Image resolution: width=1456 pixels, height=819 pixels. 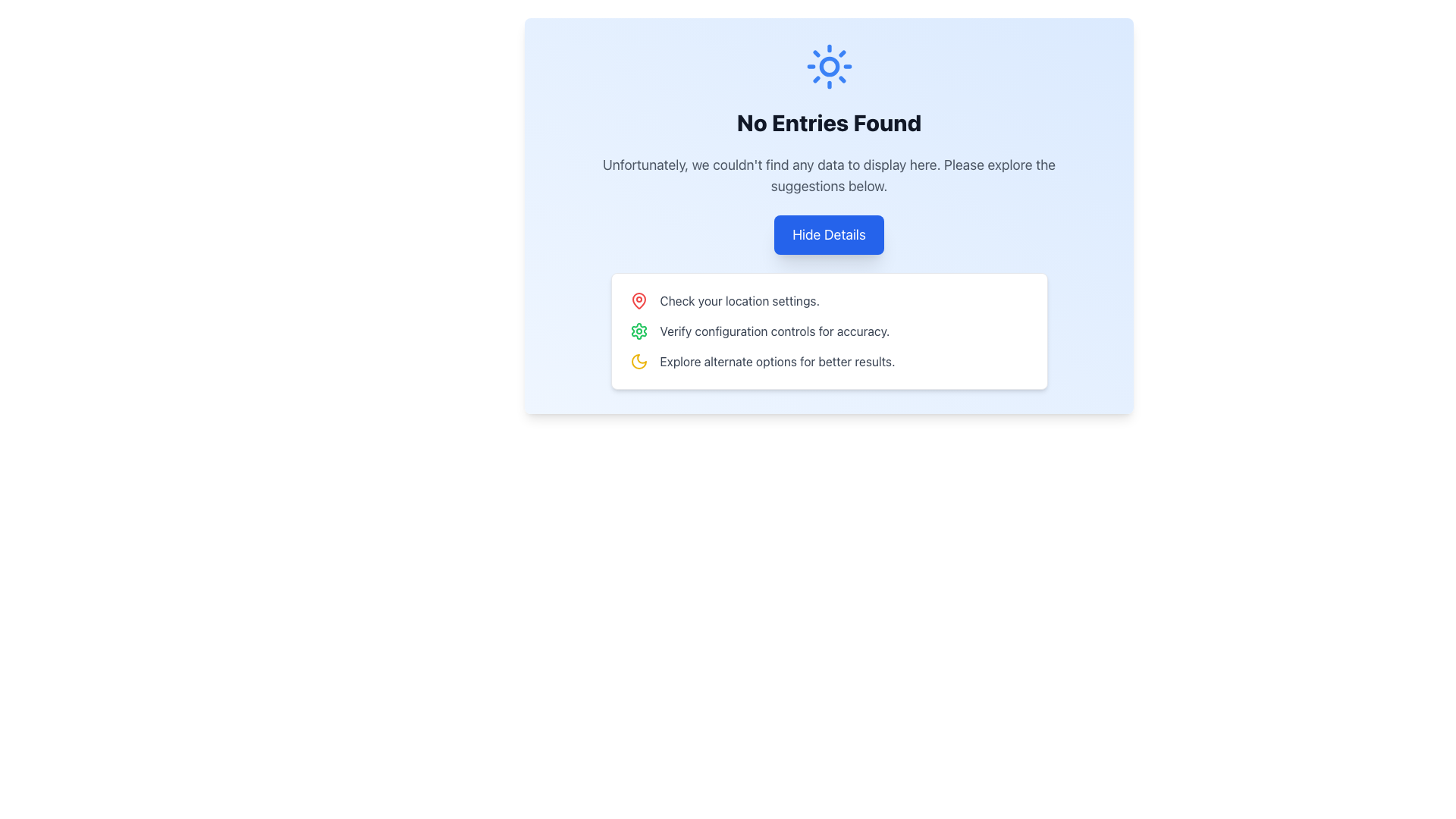 What do you see at coordinates (639, 362) in the screenshot?
I see `the yellow crescent moon icon that is the first element in a horizontal group before the text 'Explore alternate options for better results.'` at bounding box center [639, 362].